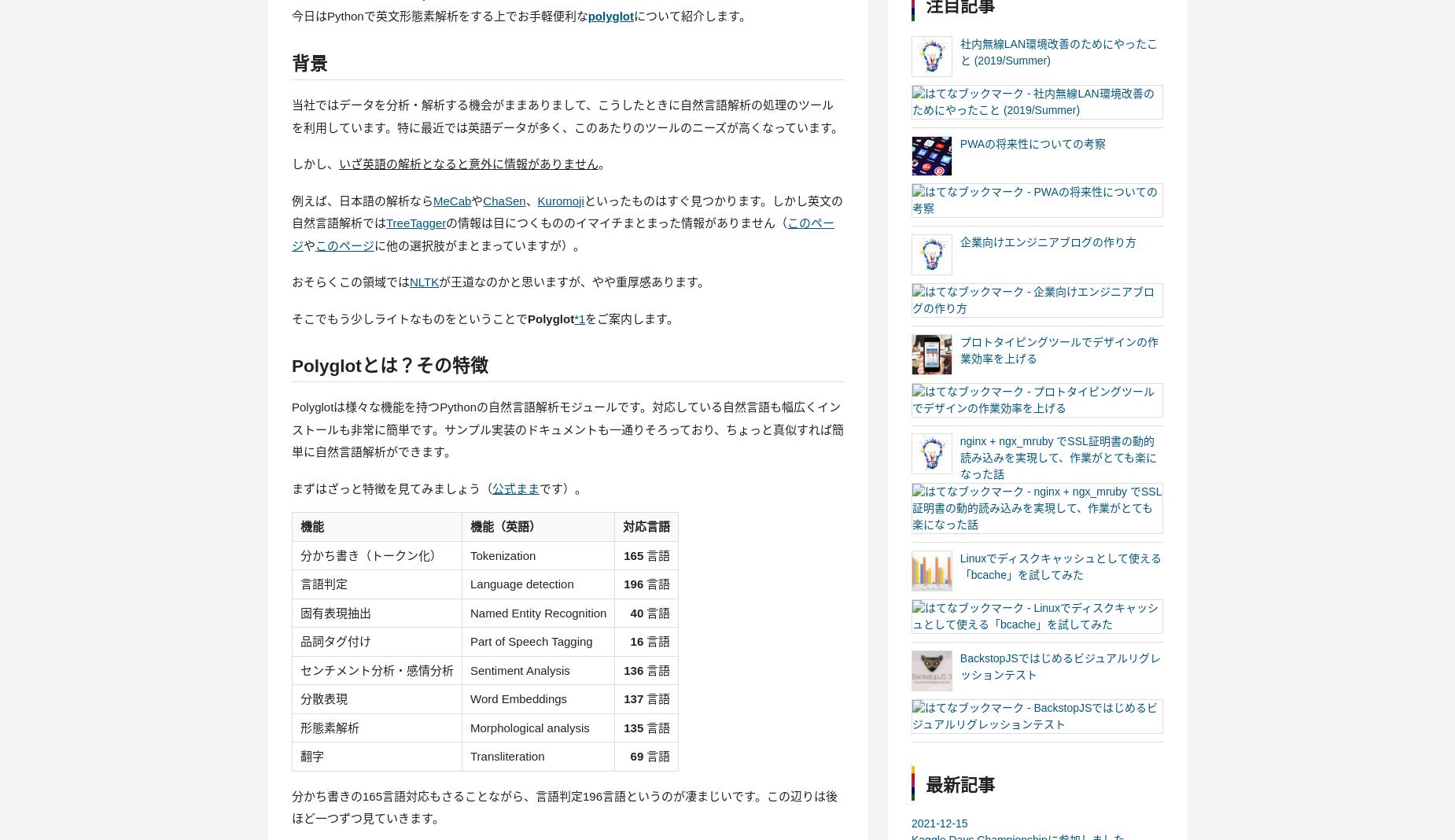 This screenshot has height=840, width=1455. I want to click on 'Linuxでディスクキャッシュとして使える「bcache」を試してみた', so click(1059, 566).